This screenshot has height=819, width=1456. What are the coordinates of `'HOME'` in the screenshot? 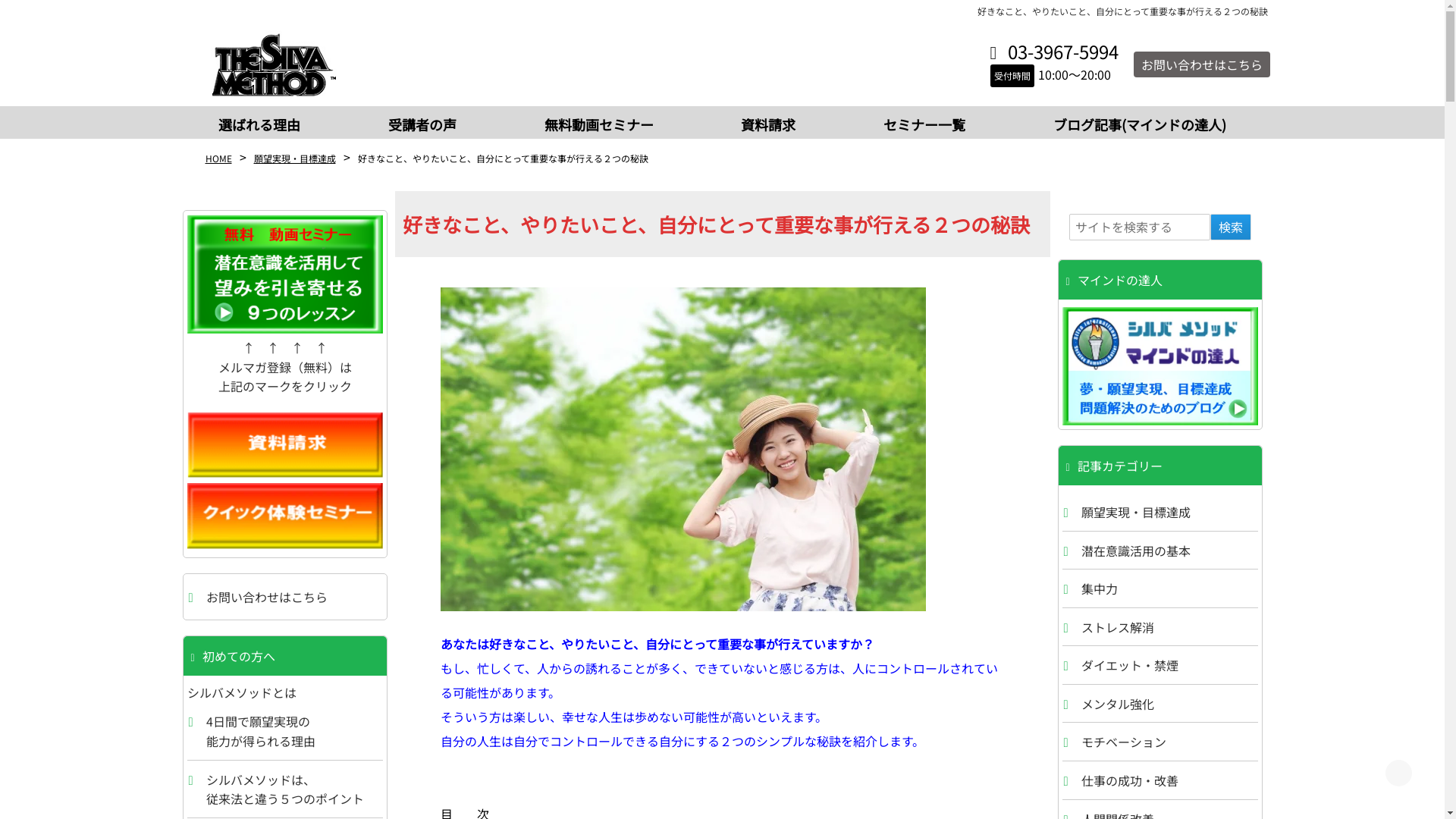 It's located at (217, 158).